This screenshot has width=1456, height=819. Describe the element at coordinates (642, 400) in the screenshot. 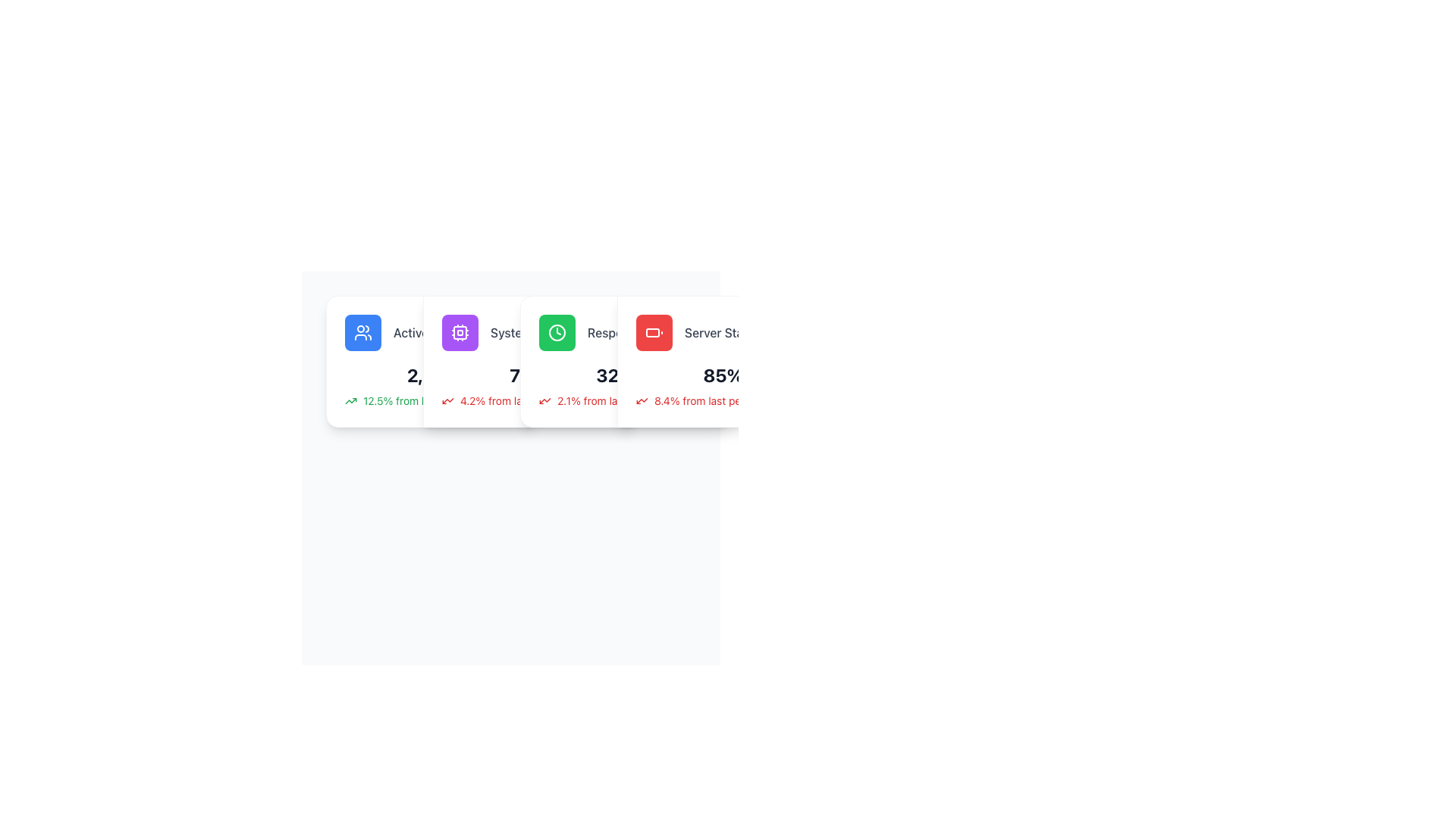

I see `the downward trending icon located to the left of the text '8.4% from last period' in the lower-right quadrant of the interface layout` at that location.